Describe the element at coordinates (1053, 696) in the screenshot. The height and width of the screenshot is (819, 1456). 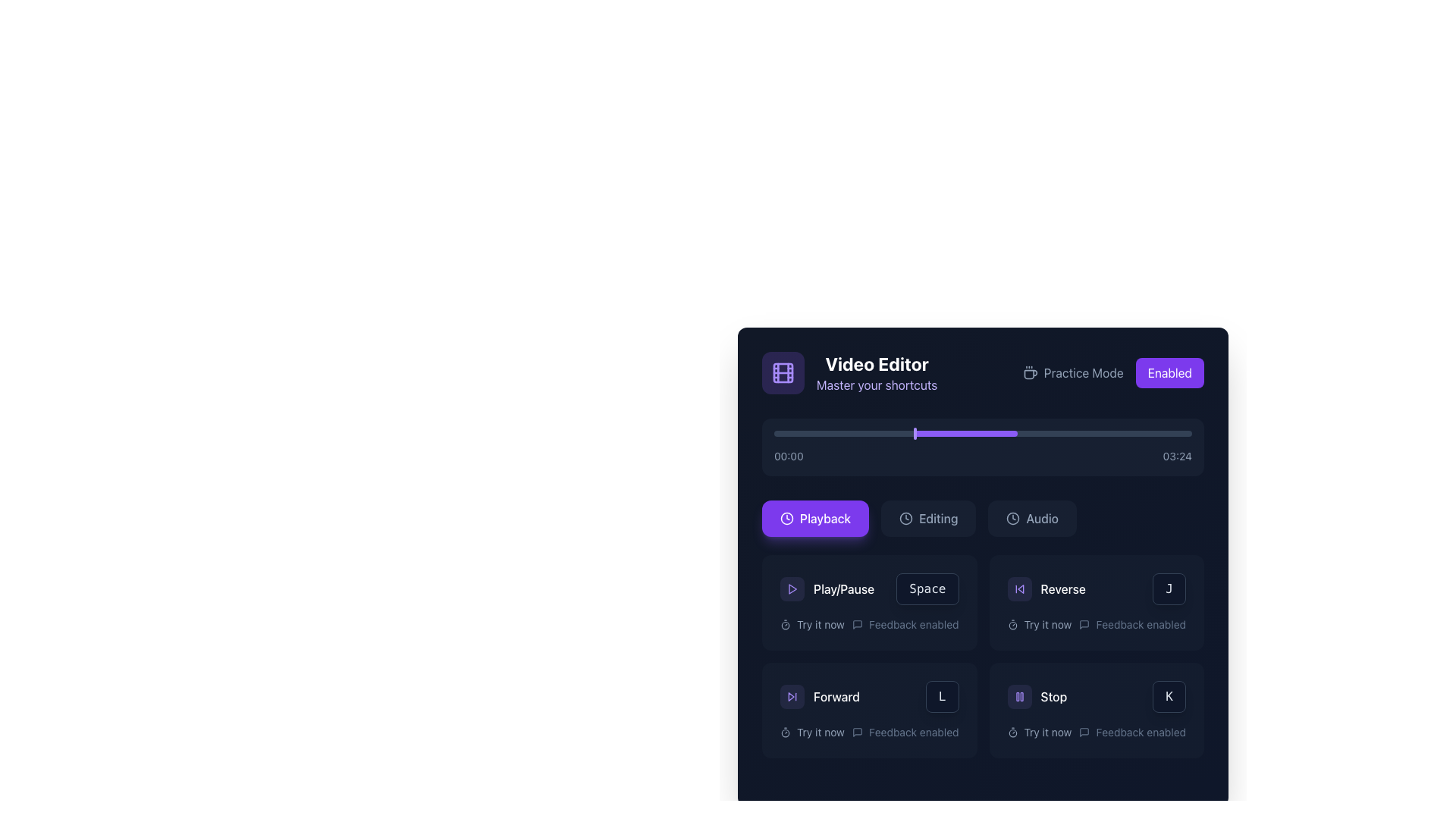
I see `the 'Stop' text label, which is styled with a white font color and medium weight, located in the bottom-right section of a dark-themed interface within a grouped menu` at that location.